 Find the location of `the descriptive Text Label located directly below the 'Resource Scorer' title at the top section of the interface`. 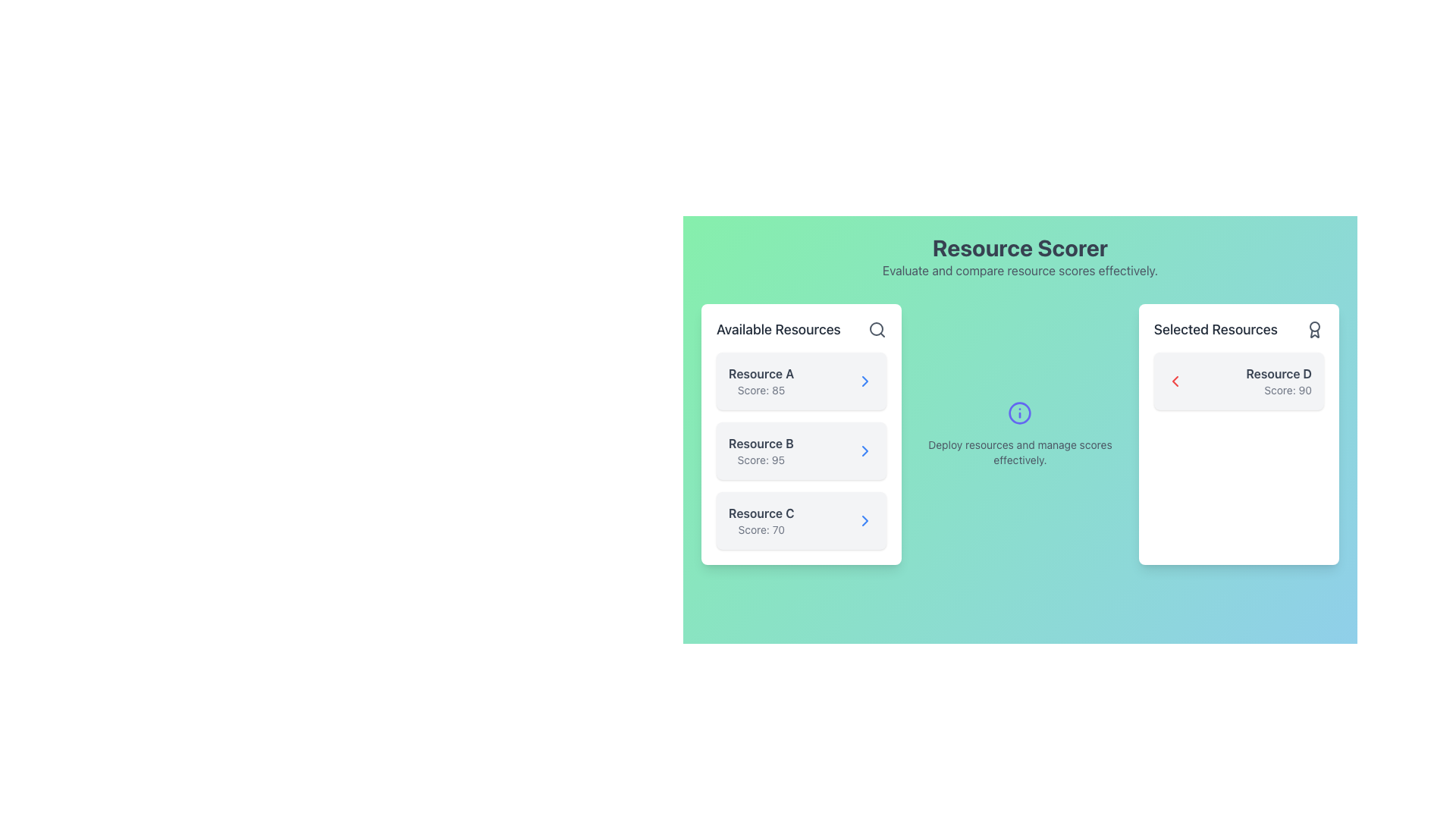

the descriptive Text Label located directly below the 'Resource Scorer' title at the top section of the interface is located at coordinates (1020, 270).